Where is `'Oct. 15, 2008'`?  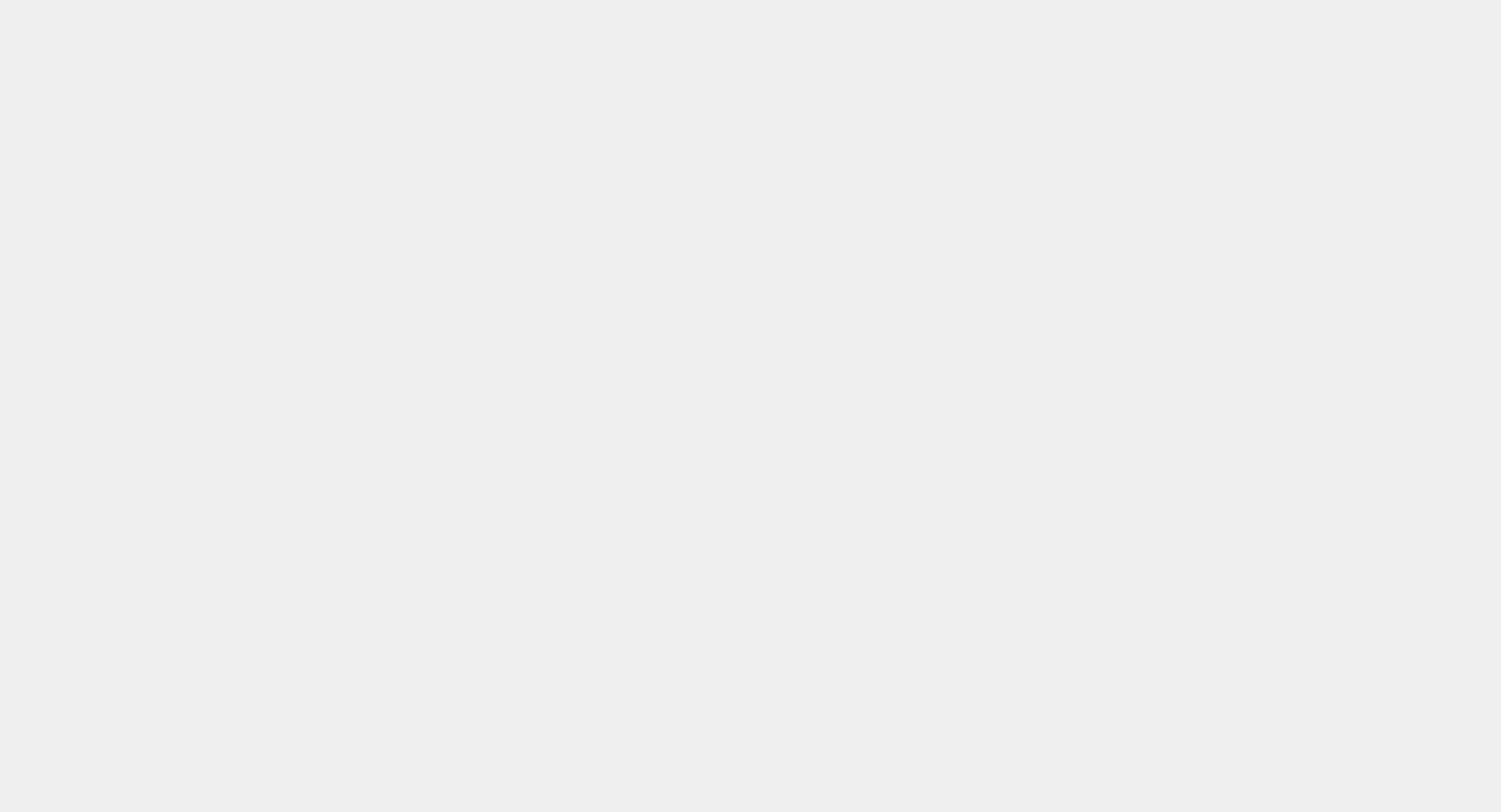 'Oct. 15, 2008' is located at coordinates (211, 321).